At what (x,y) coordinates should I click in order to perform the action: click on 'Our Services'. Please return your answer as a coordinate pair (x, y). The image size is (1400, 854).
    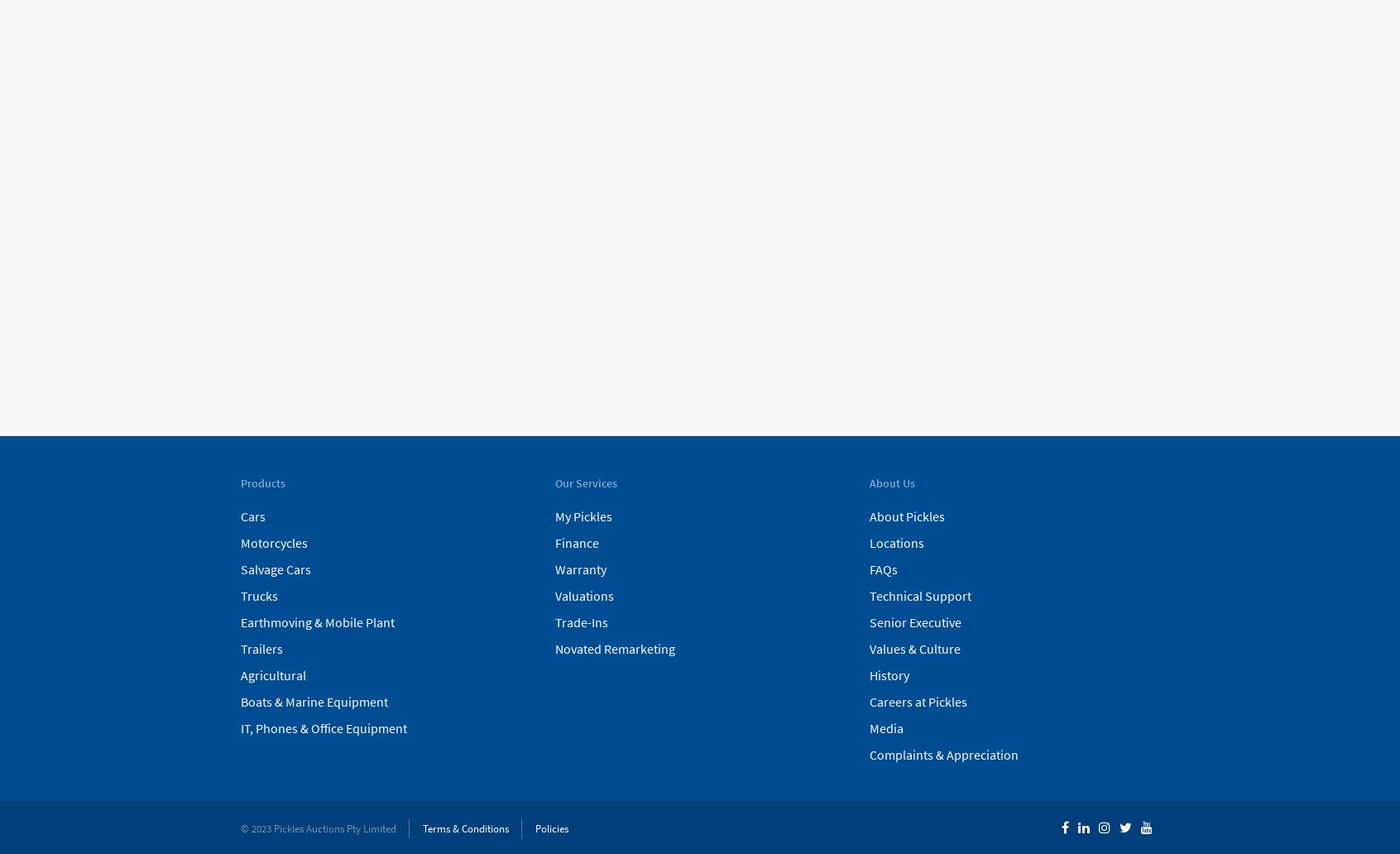
    Looking at the image, I should click on (584, 483).